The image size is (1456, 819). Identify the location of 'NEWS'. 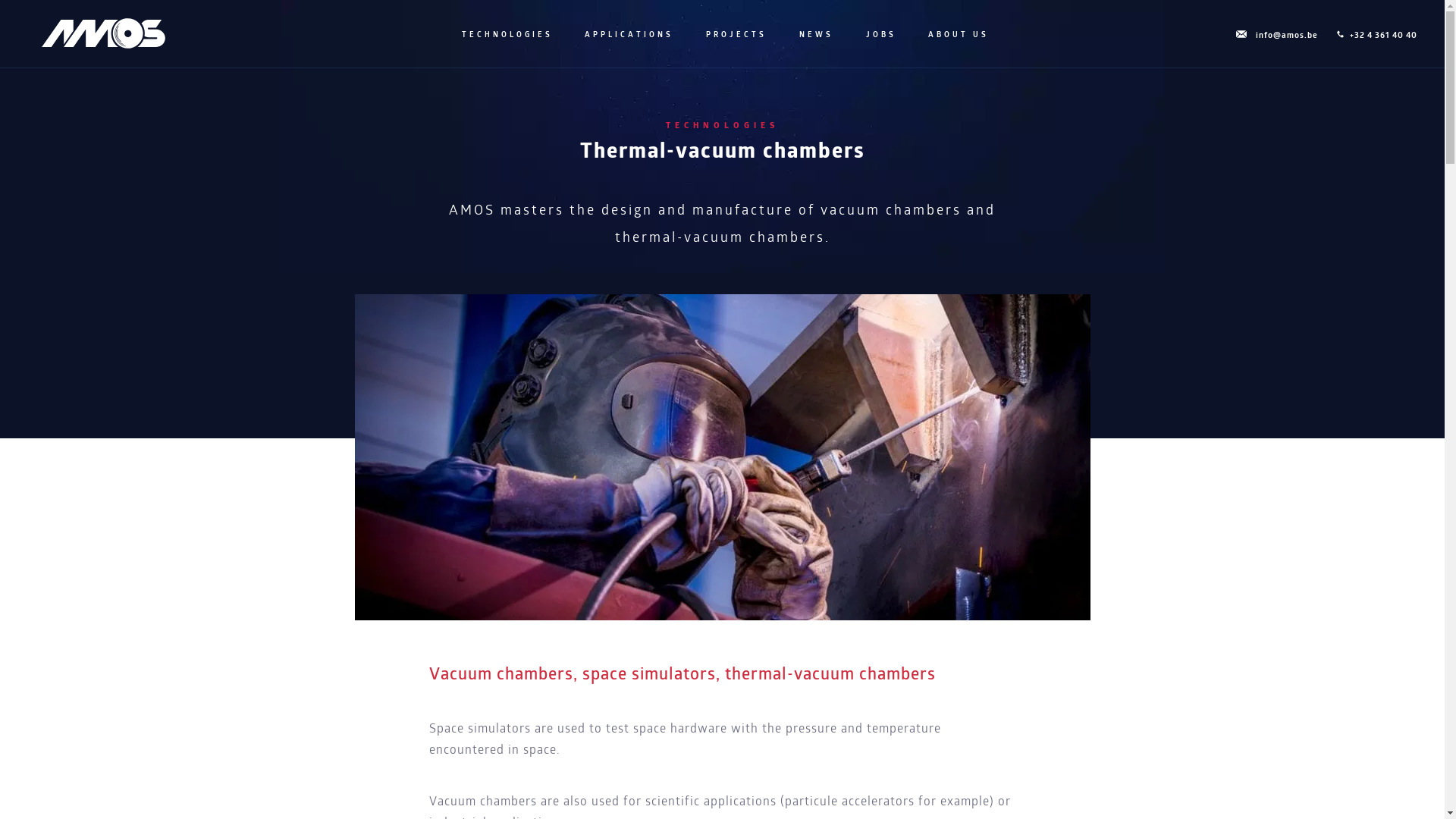
(814, 34).